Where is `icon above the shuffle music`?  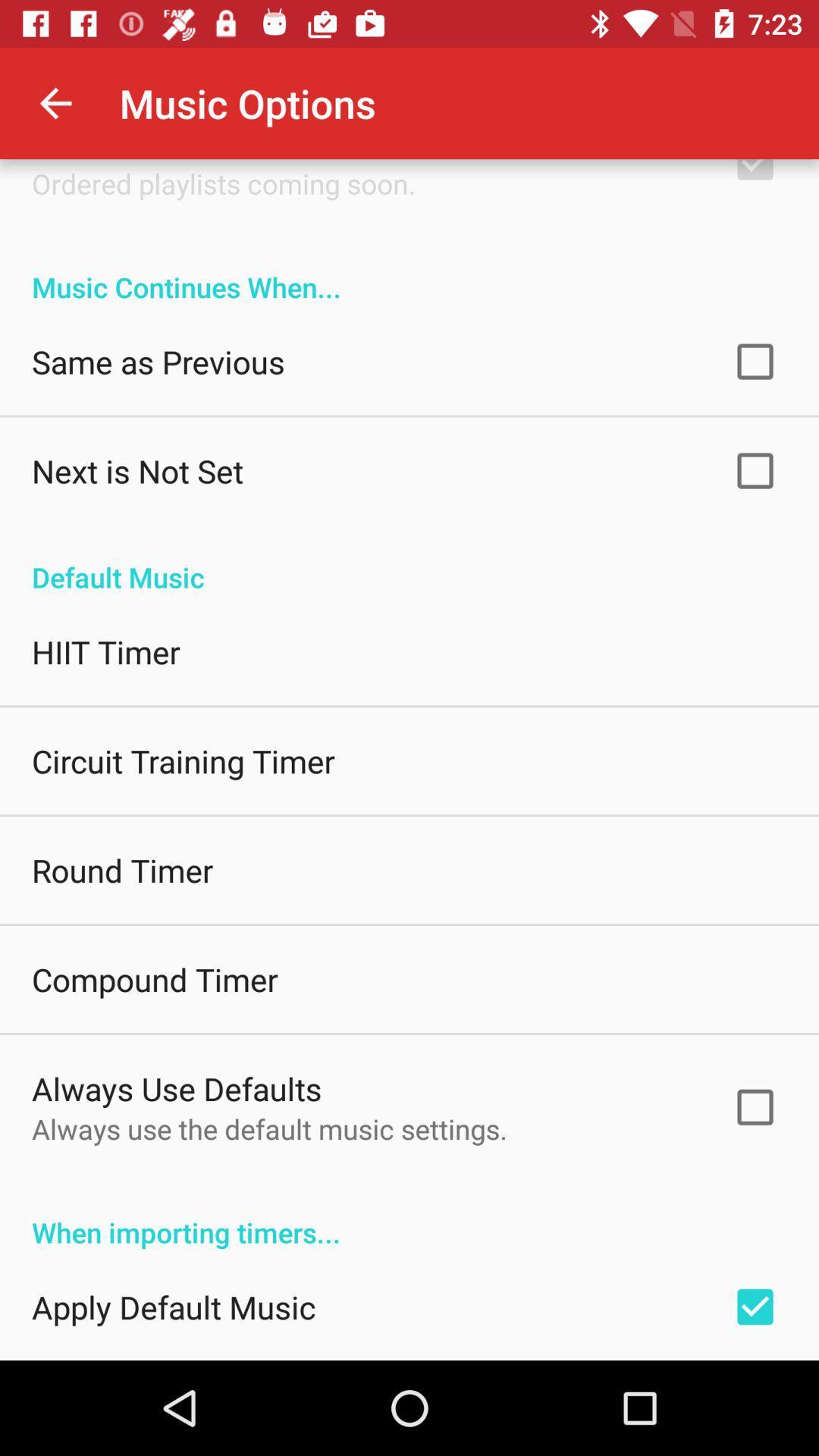
icon above the shuffle music is located at coordinates (55, 102).